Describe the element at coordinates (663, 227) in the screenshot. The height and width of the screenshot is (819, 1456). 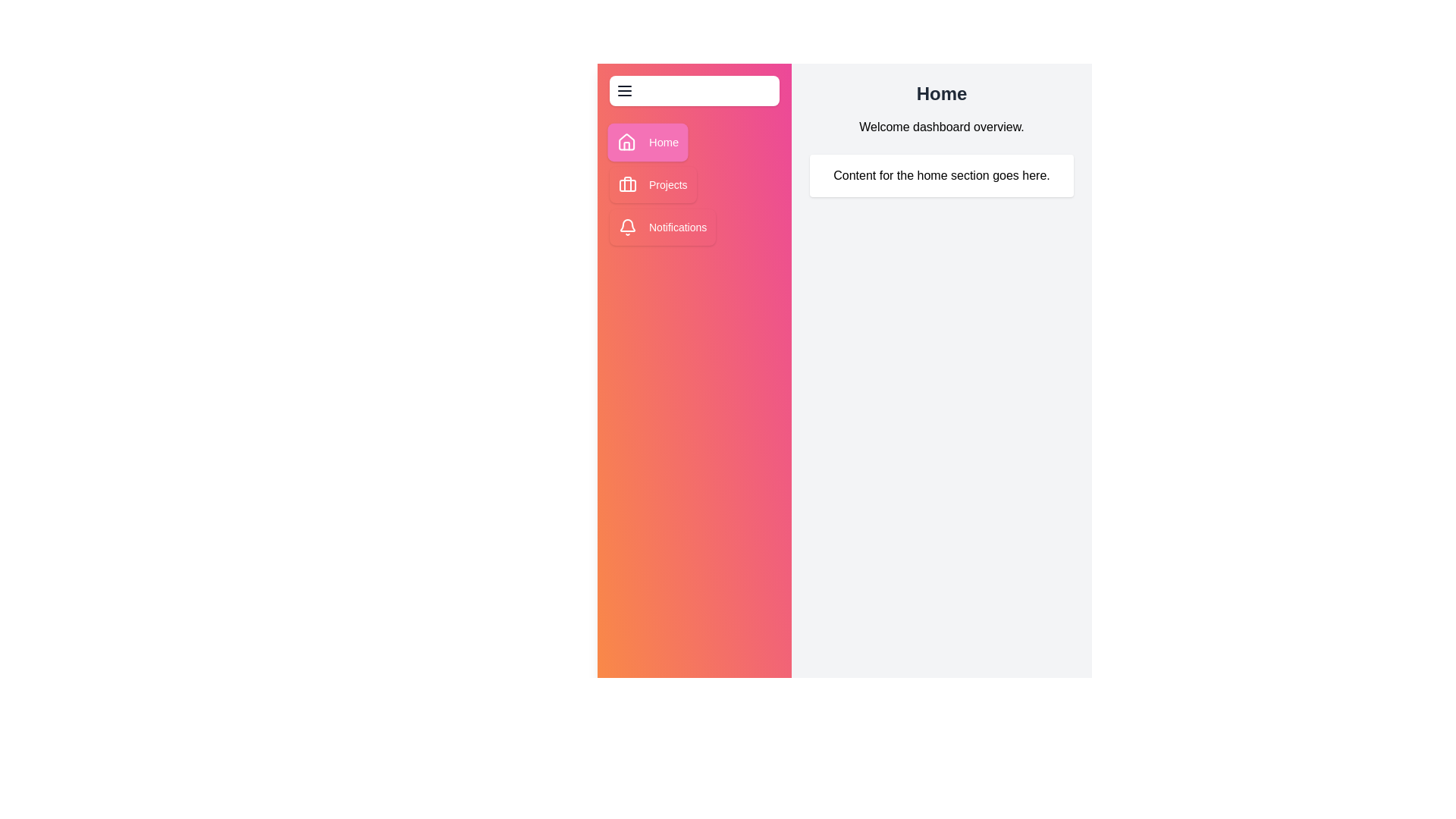
I see `the Notifications button to navigate to the respective section` at that location.